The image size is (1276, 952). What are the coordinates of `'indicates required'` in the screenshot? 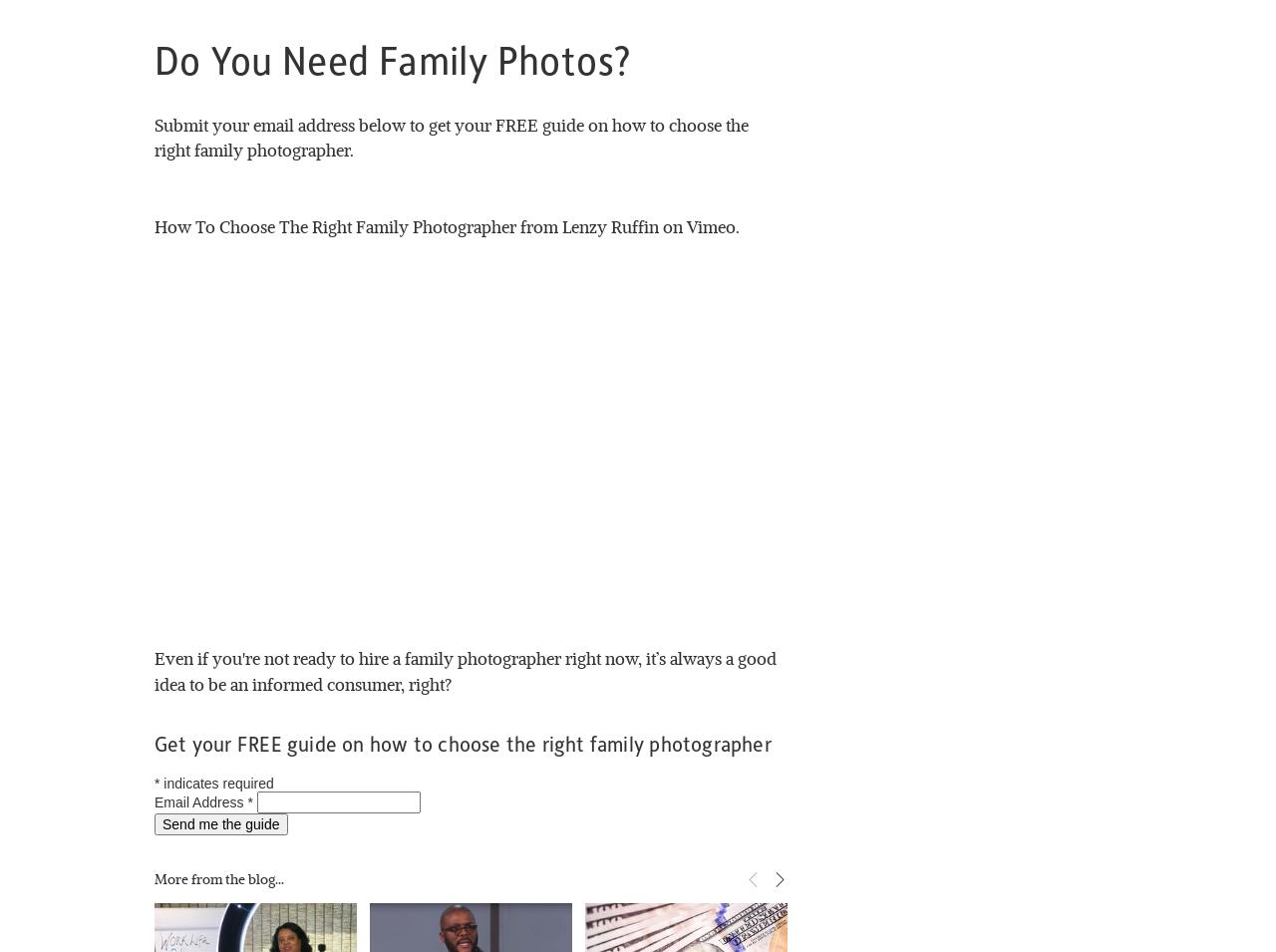 It's located at (159, 782).